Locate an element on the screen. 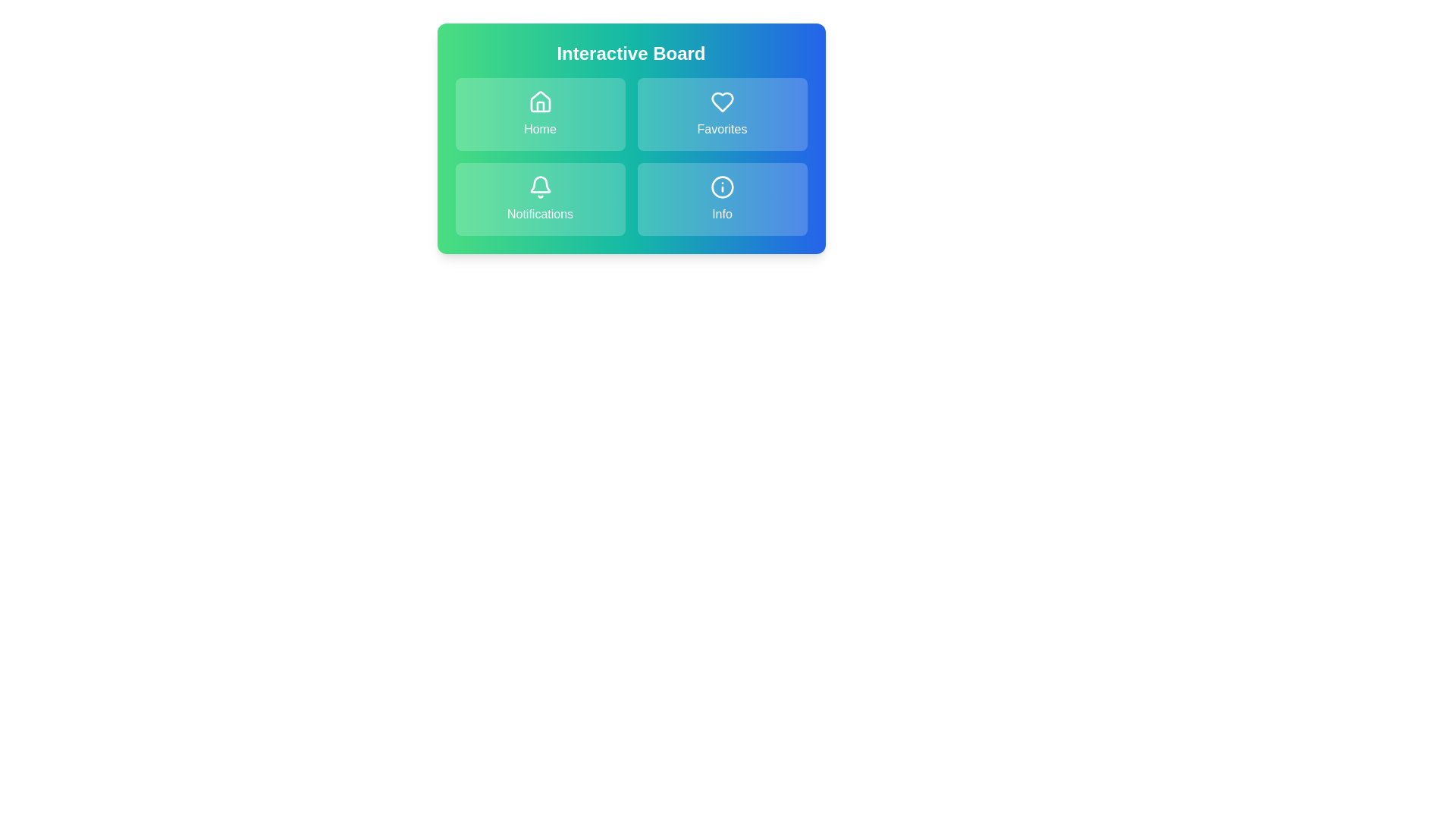 The width and height of the screenshot is (1456, 819). the circular icon with an outlined border and an 'i' symbol in the center, located in the bottom-right corner of a 2x2 grid within the 'Interactive Board' card is located at coordinates (721, 186).